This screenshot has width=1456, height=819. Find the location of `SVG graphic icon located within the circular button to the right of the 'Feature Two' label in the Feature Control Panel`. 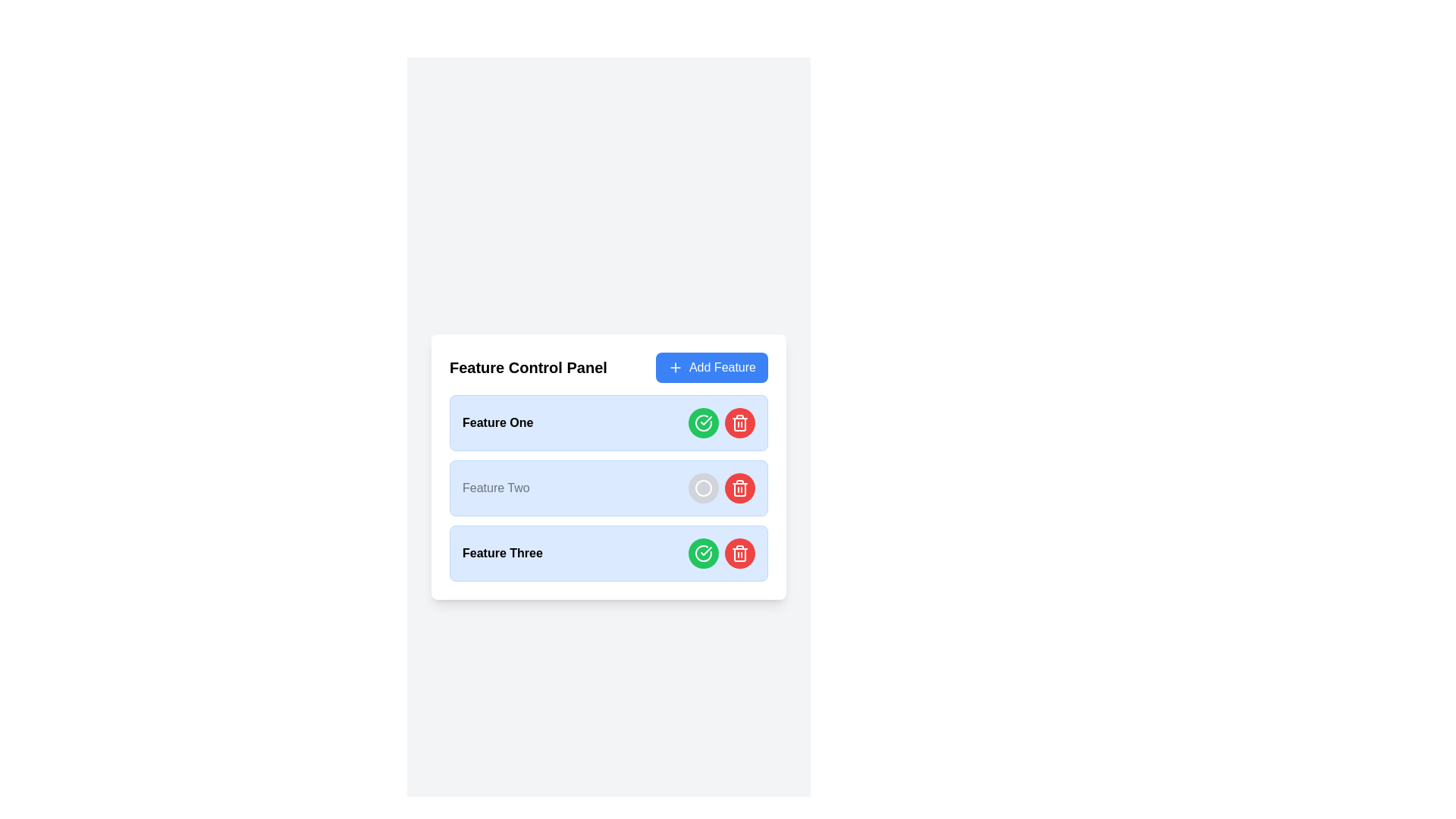

SVG graphic icon located within the circular button to the right of the 'Feature Two' label in the Feature Control Panel is located at coordinates (702, 488).